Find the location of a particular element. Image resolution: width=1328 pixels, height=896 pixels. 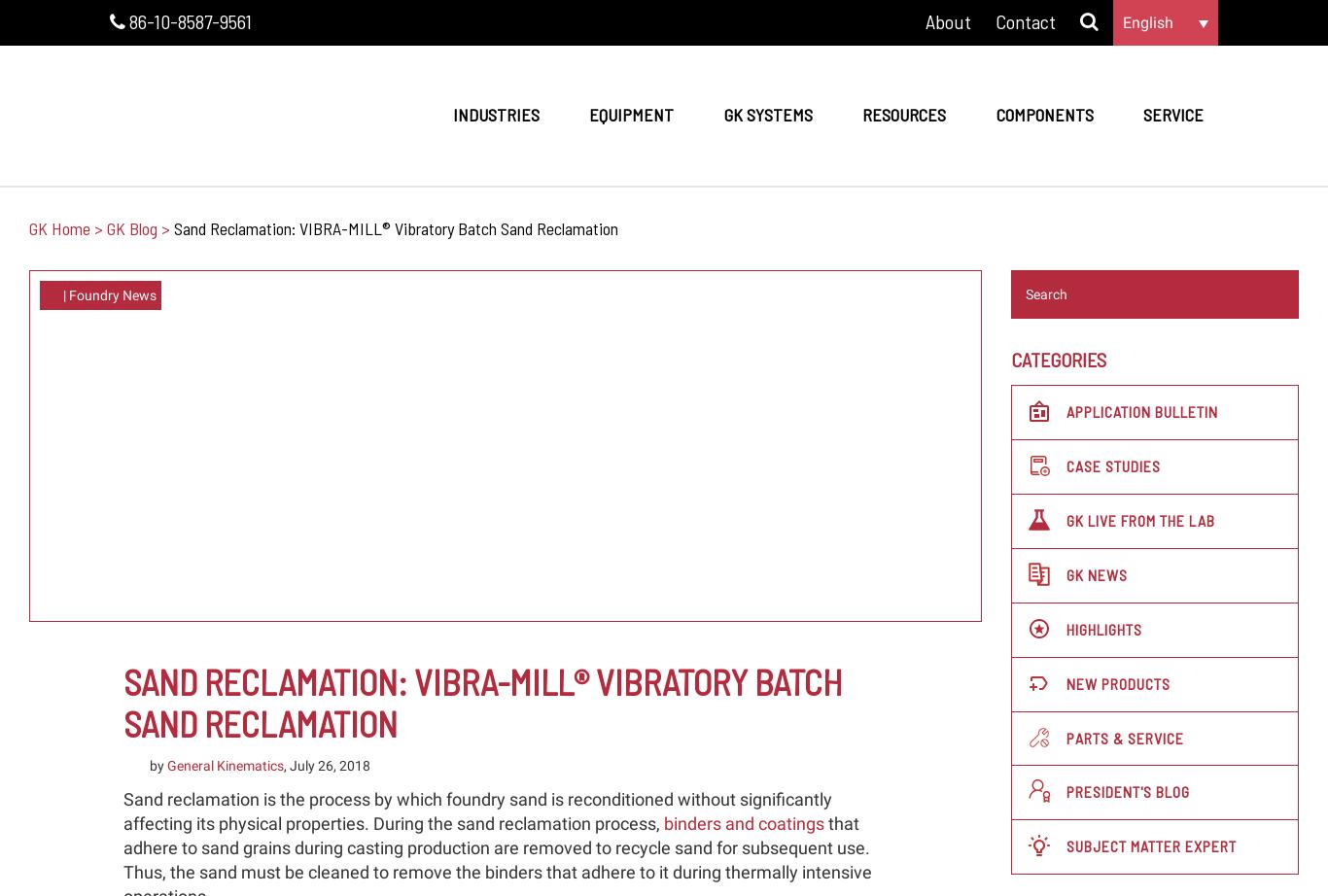

'Equipment' is located at coordinates (630, 114).